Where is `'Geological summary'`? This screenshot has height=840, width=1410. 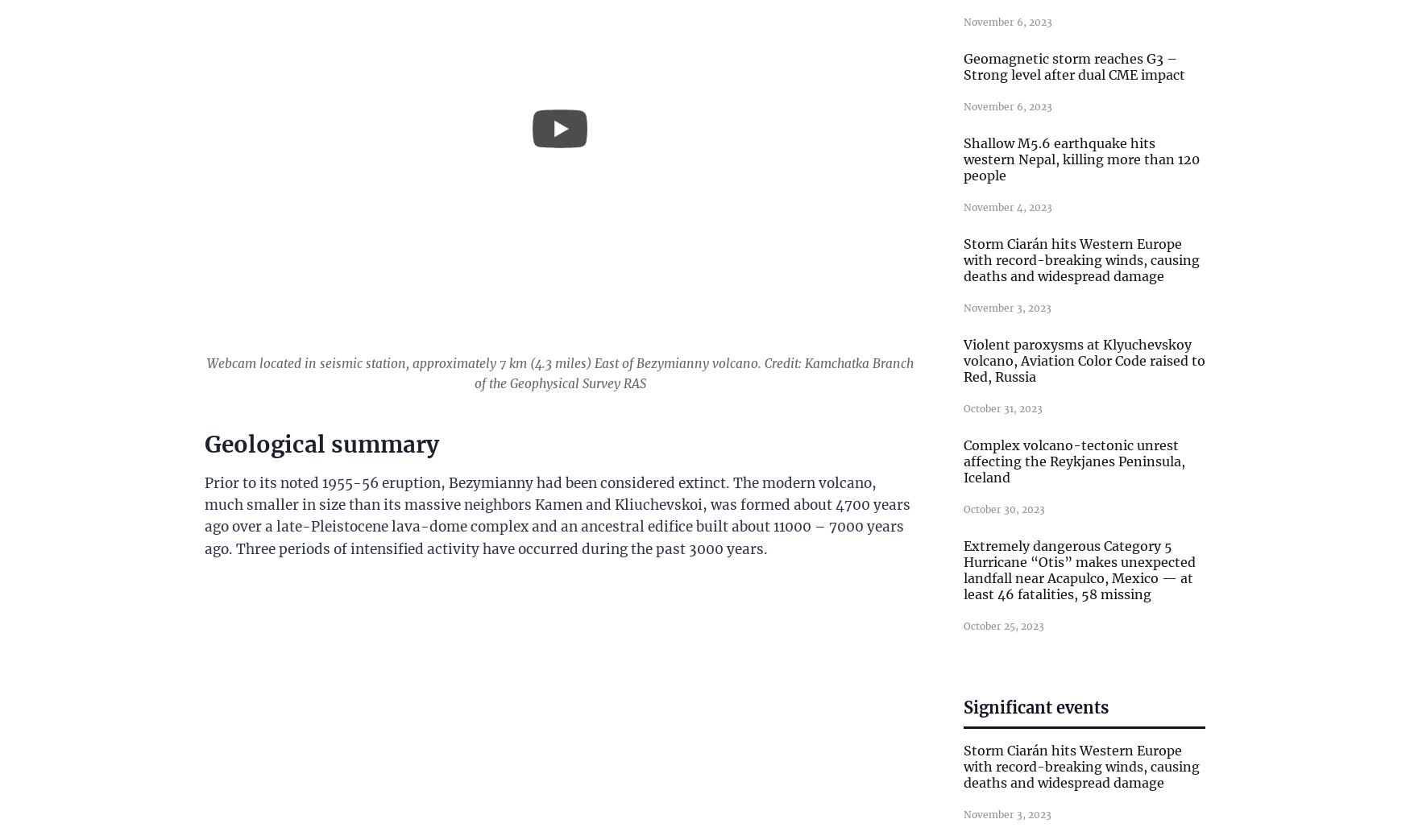 'Geological summary' is located at coordinates (321, 444).